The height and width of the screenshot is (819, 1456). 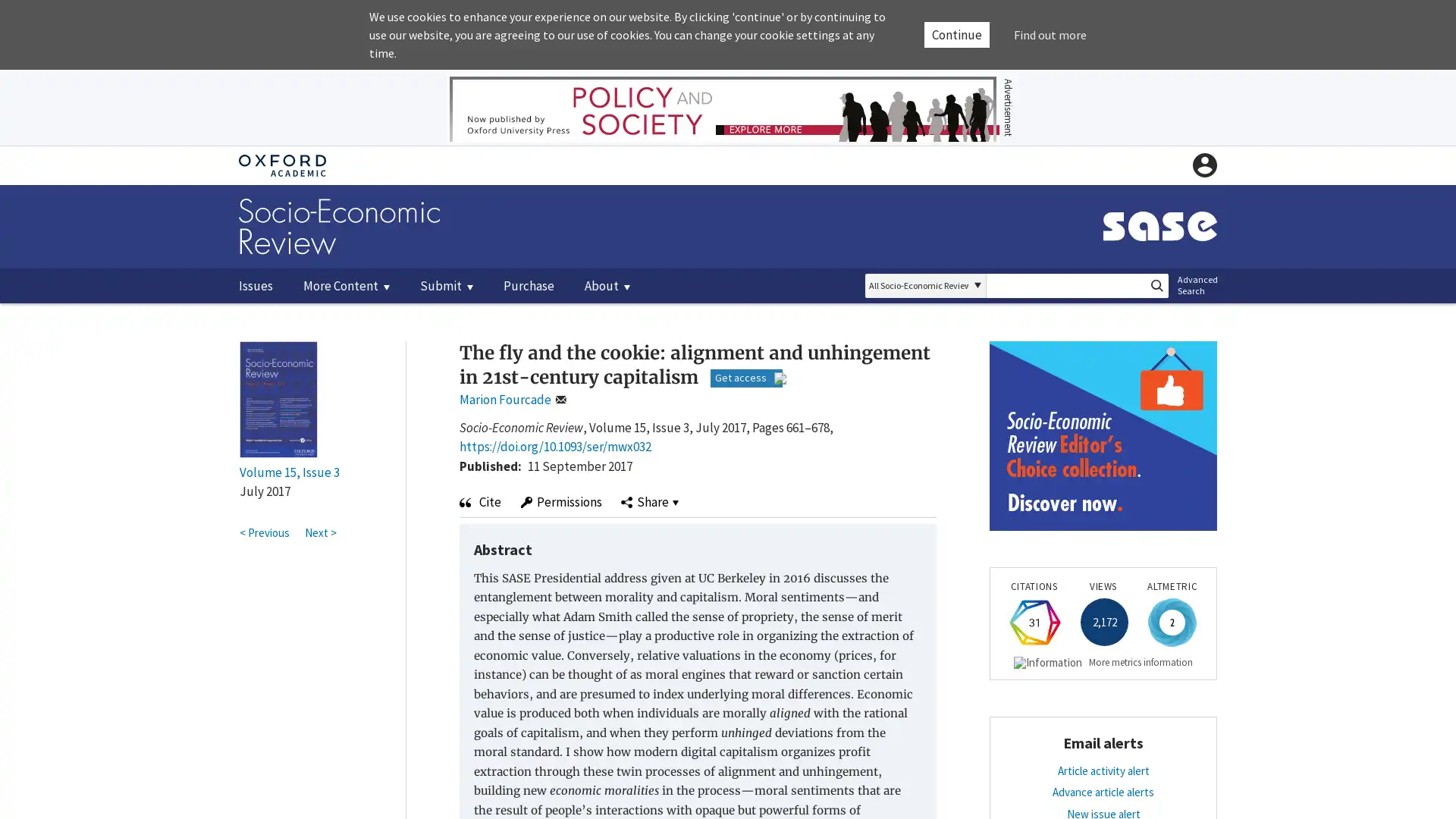 I want to click on More Content, so click(x=345, y=284).